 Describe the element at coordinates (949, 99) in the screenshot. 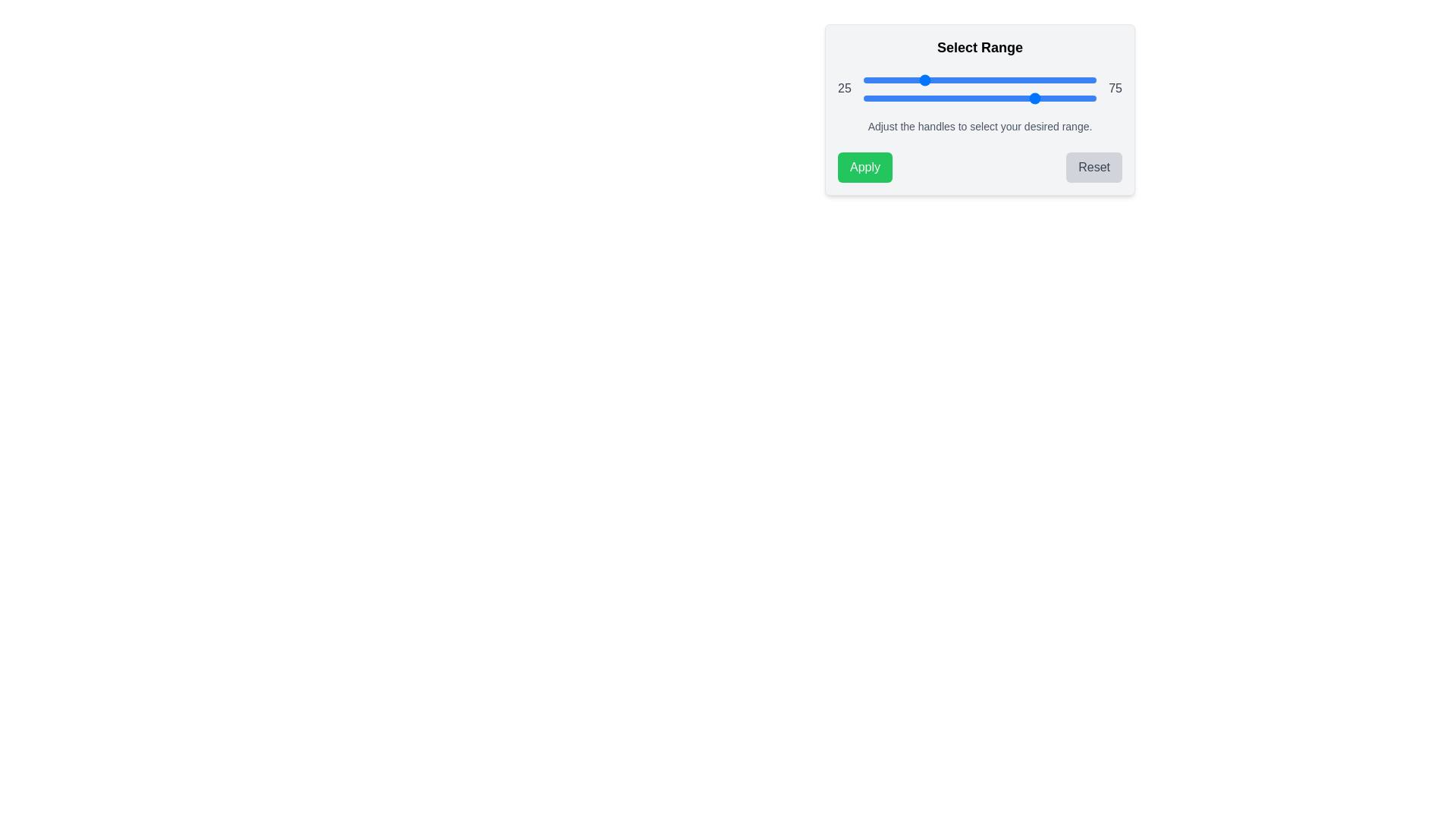

I see `the slider value` at that location.